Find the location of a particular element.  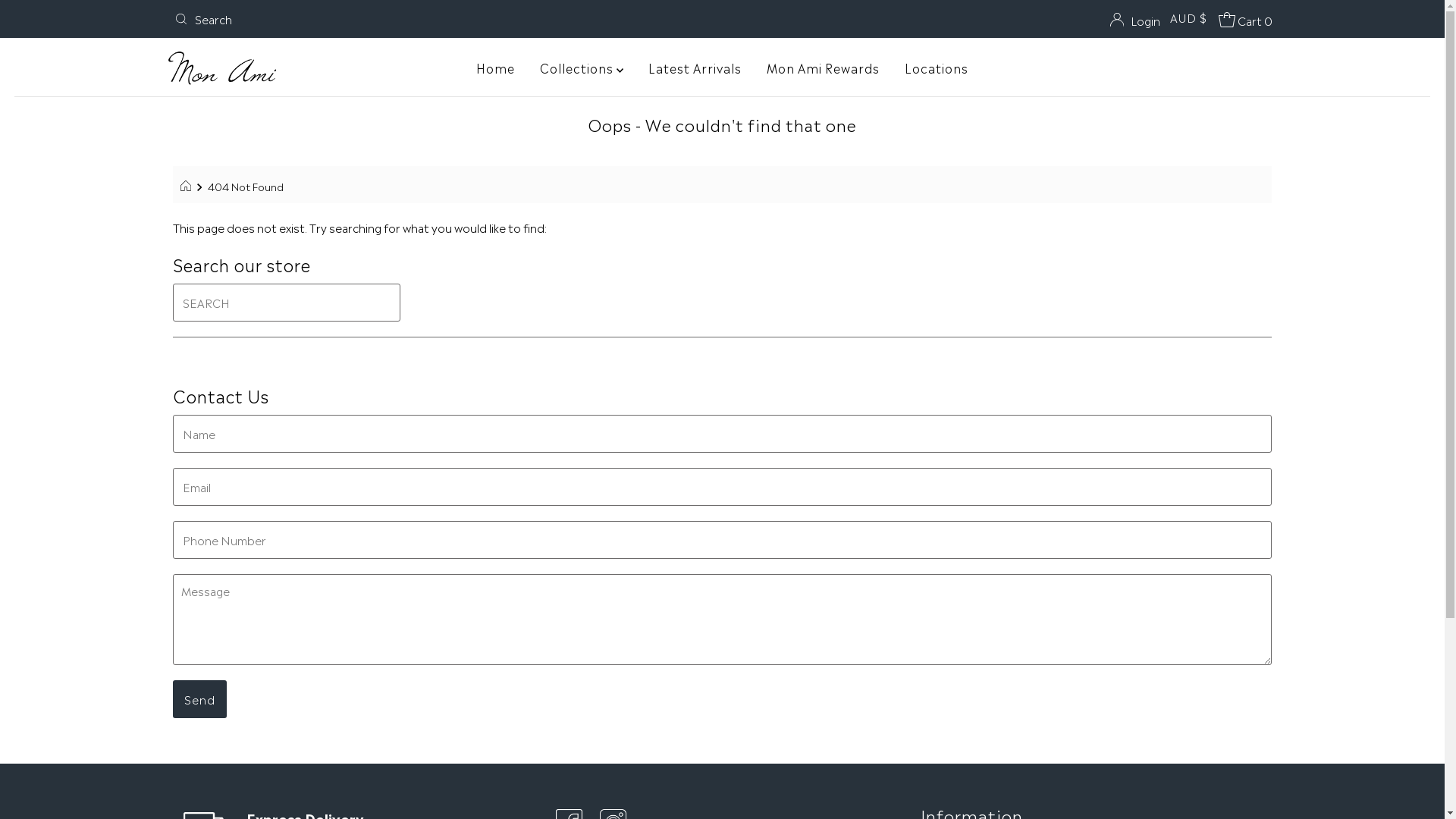

'Locations' is located at coordinates (935, 66).